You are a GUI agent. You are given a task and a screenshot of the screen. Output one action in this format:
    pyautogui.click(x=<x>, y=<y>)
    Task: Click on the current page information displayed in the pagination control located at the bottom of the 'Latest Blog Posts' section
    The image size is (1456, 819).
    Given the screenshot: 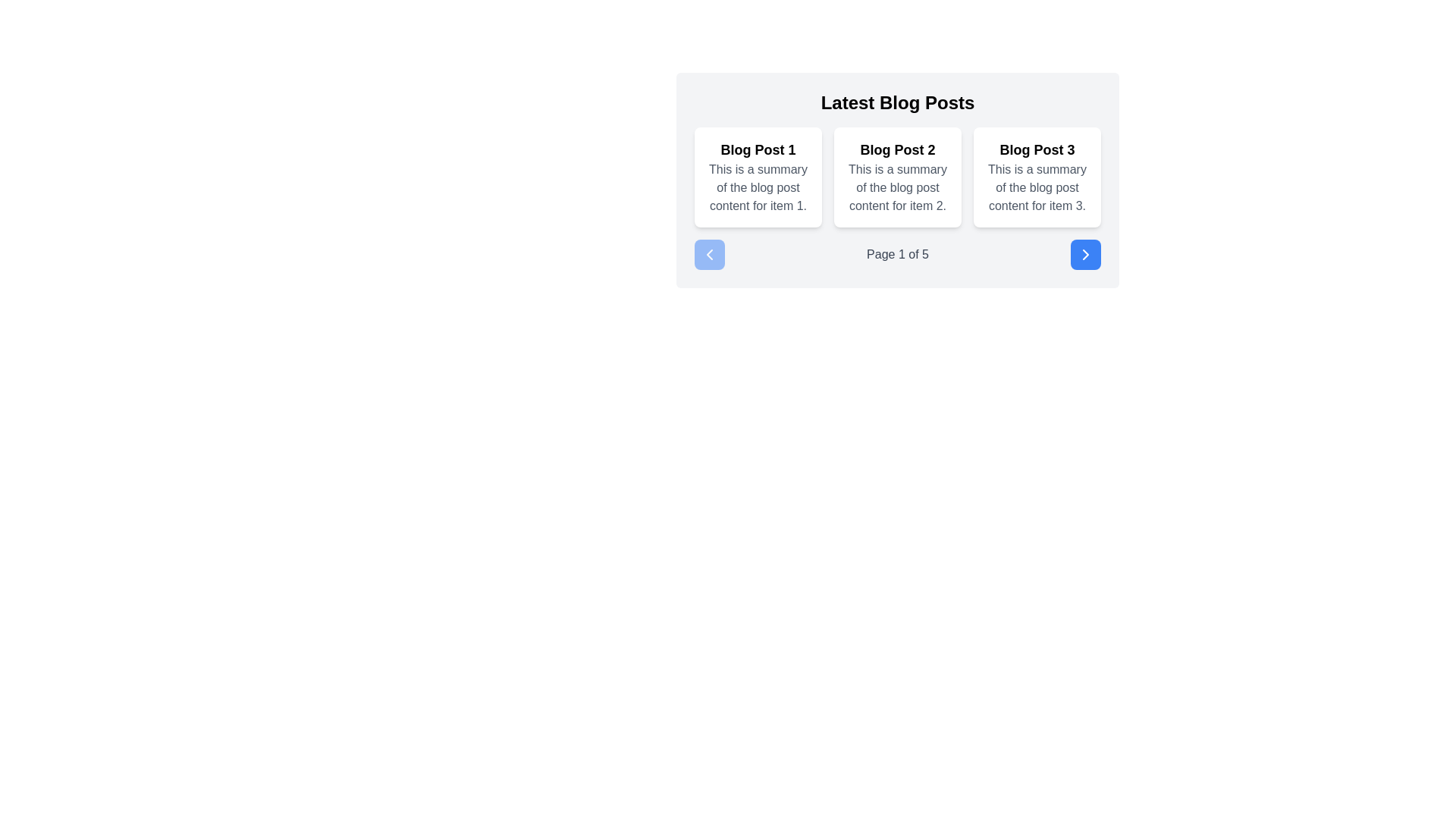 What is the action you would take?
    pyautogui.click(x=898, y=253)
    